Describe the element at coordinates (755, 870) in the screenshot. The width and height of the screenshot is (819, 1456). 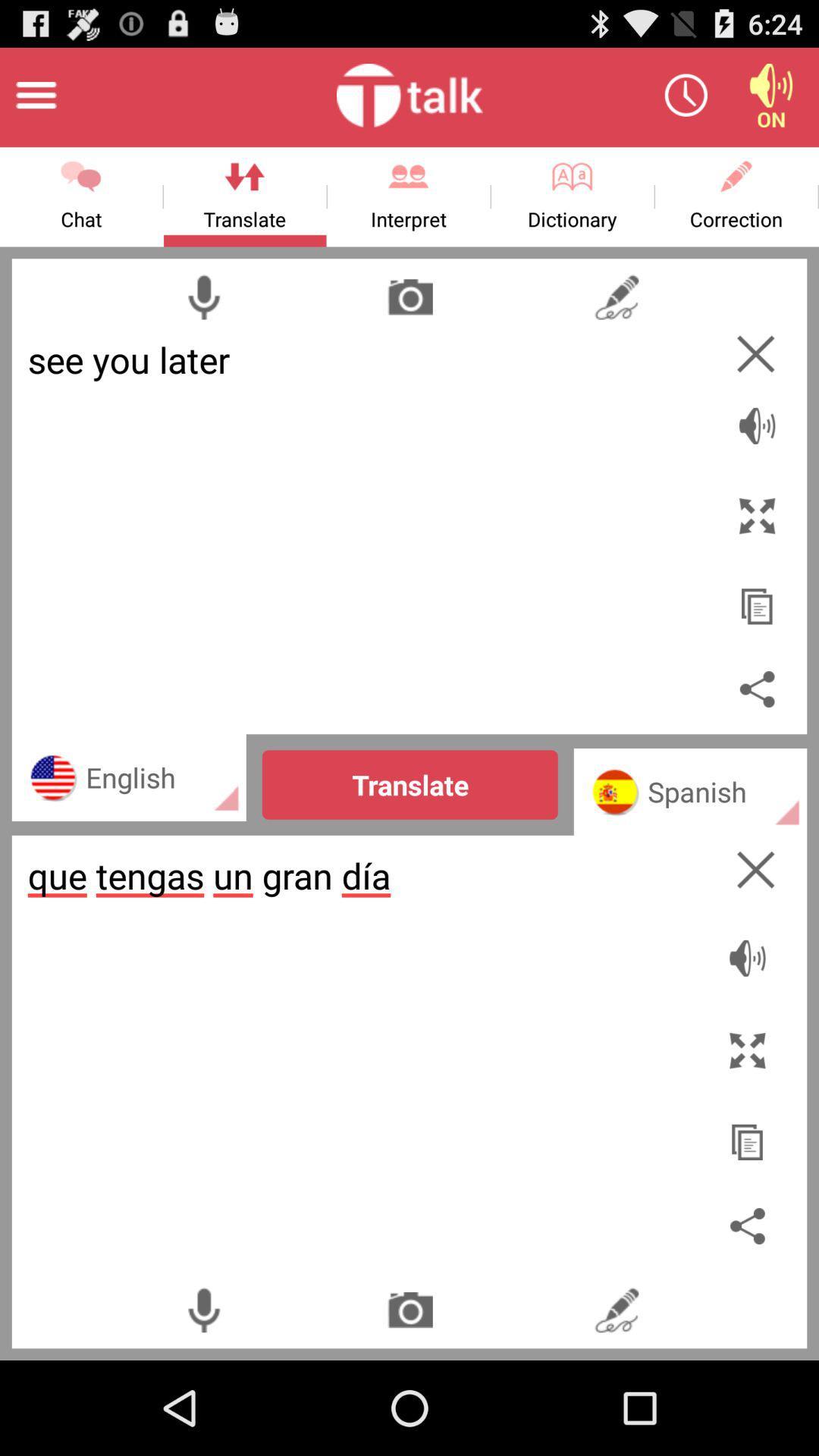
I see `cancel translation` at that location.